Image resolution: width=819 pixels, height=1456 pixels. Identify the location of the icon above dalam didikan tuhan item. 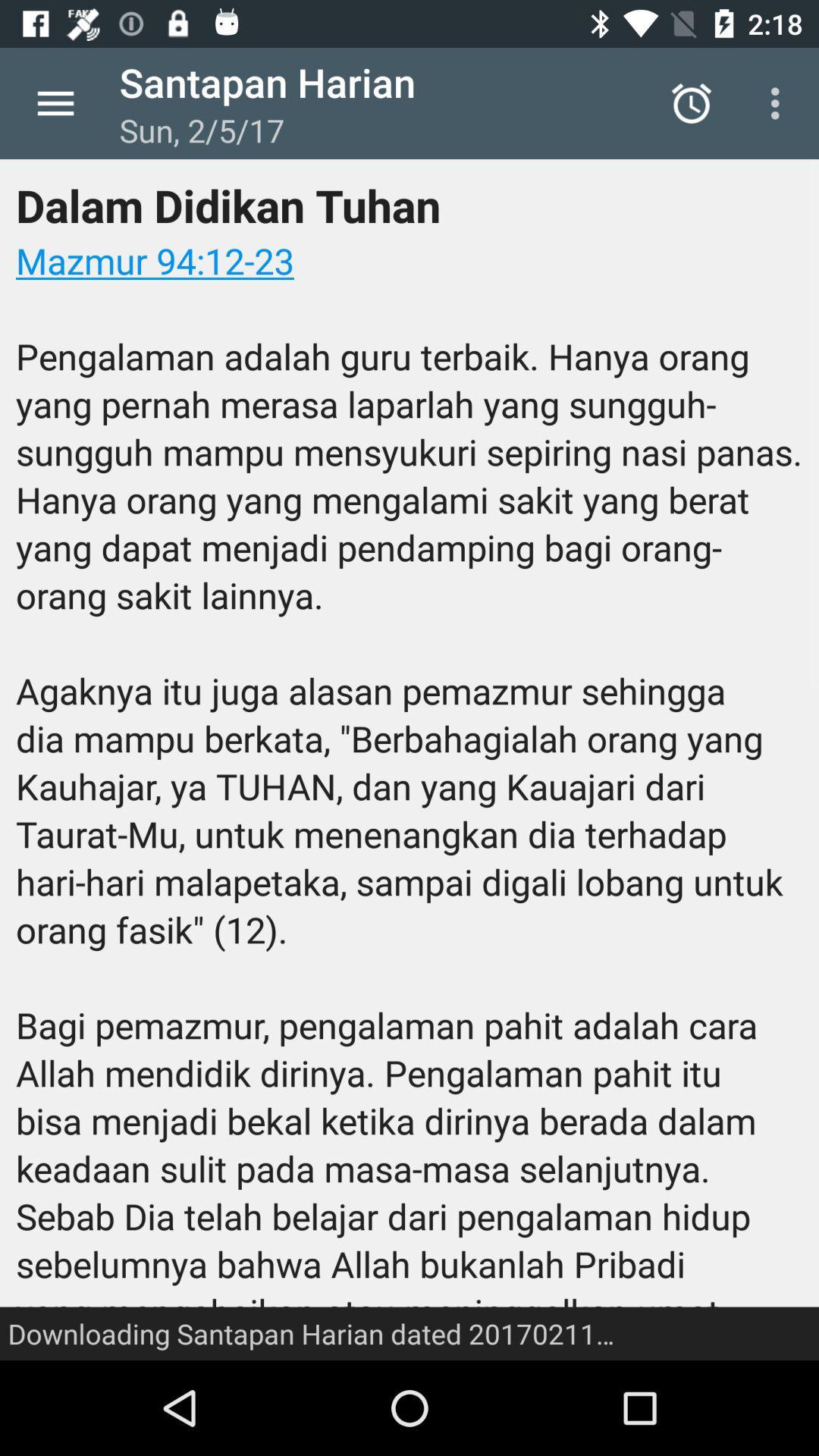
(779, 102).